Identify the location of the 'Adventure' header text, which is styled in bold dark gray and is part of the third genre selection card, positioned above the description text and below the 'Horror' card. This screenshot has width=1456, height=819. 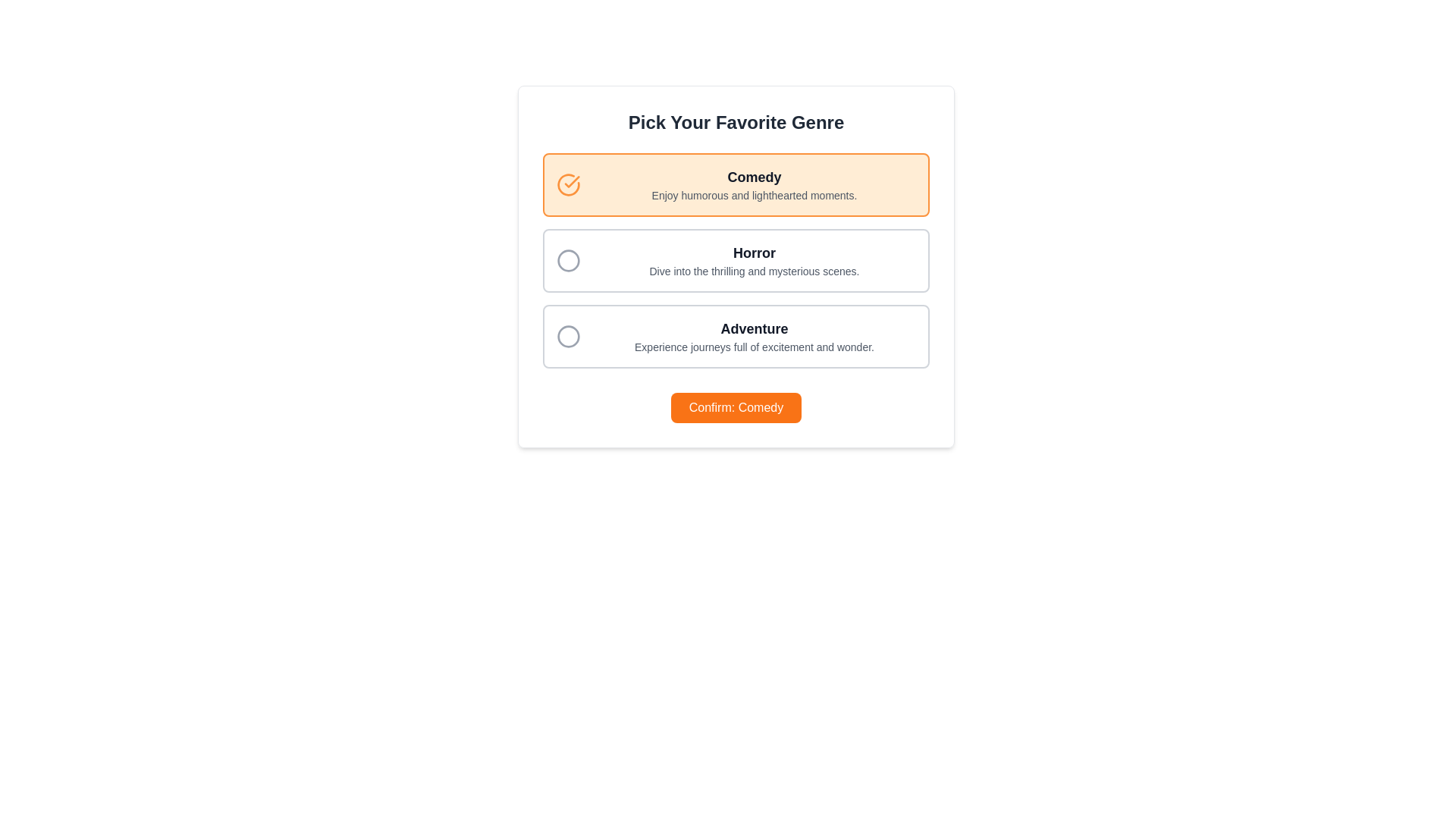
(754, 328).